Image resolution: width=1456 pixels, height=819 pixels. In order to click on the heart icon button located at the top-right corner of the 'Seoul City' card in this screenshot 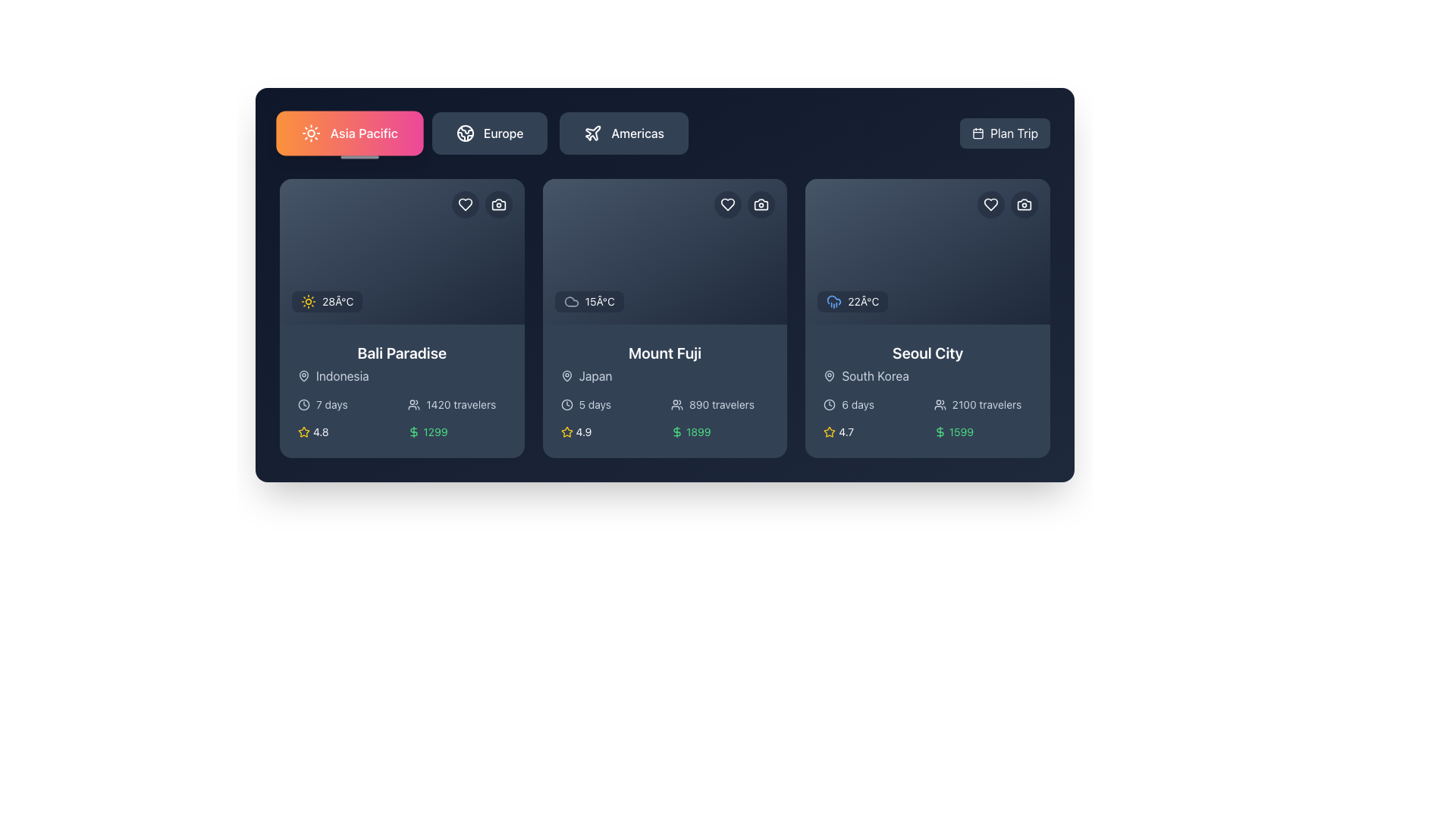, I will do `click(990, 205)`.